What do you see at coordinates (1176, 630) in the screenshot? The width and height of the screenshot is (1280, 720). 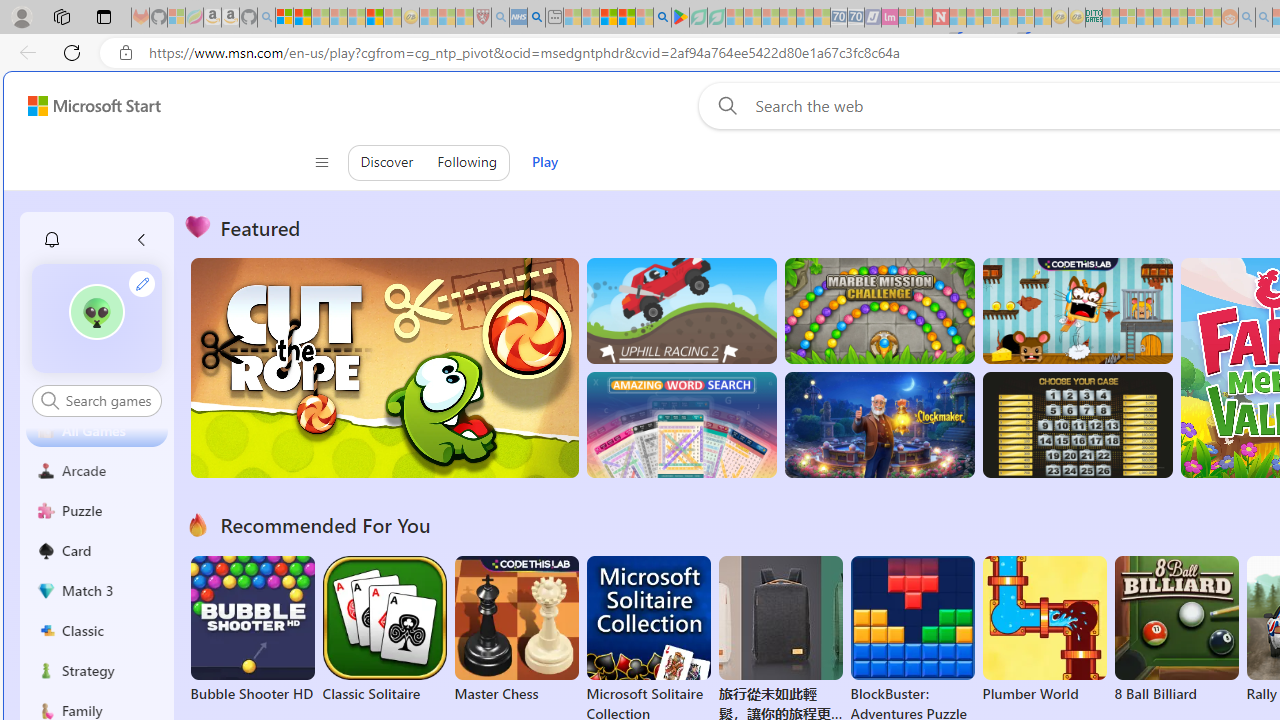 I see `'8 Ball Billiard'` at bounding box center [1176, 630].